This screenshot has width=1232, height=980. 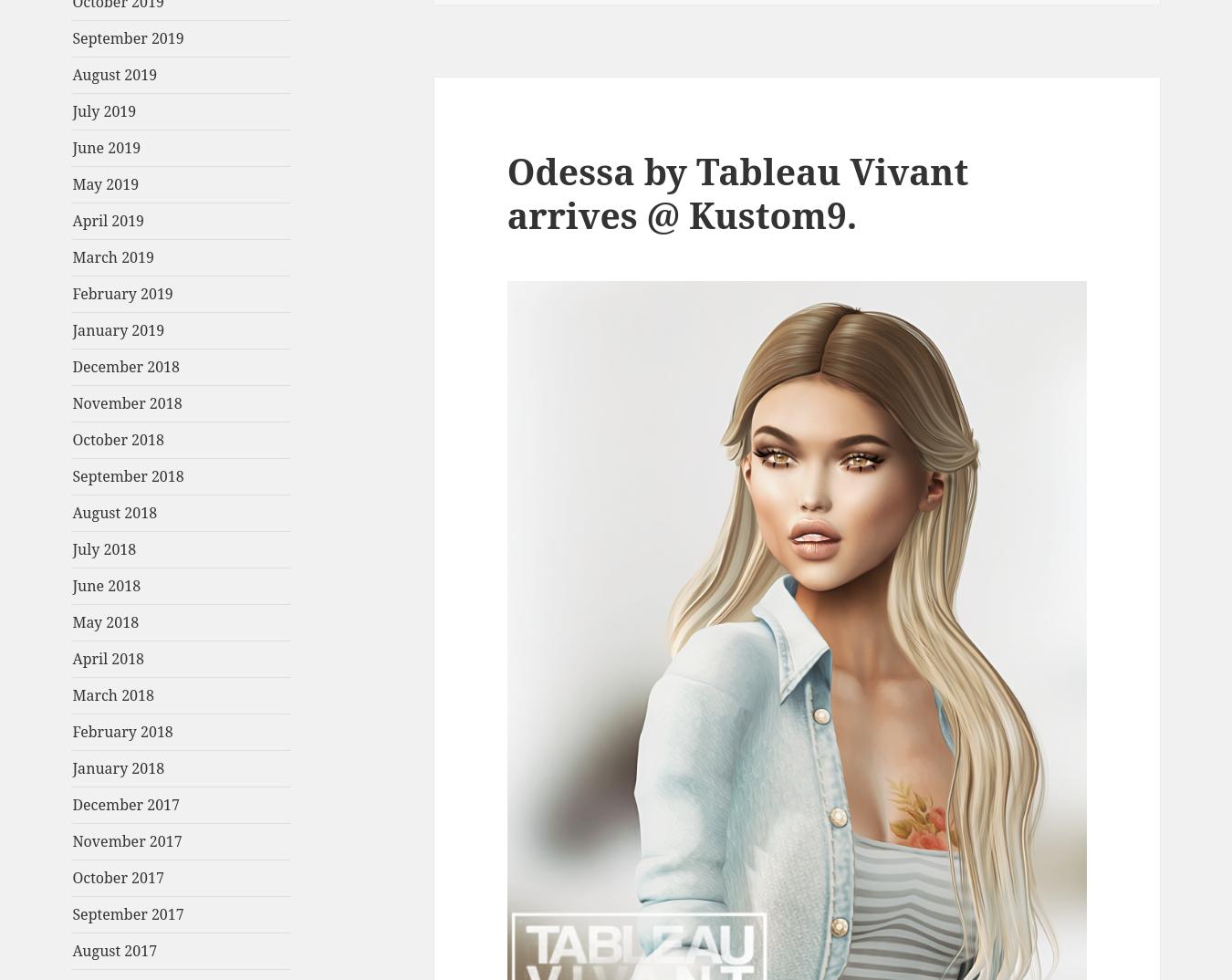 What do you see at coordinates (114, 950) in the screenshot?
I see `'August 2017'` at bounding box center [114, 950].